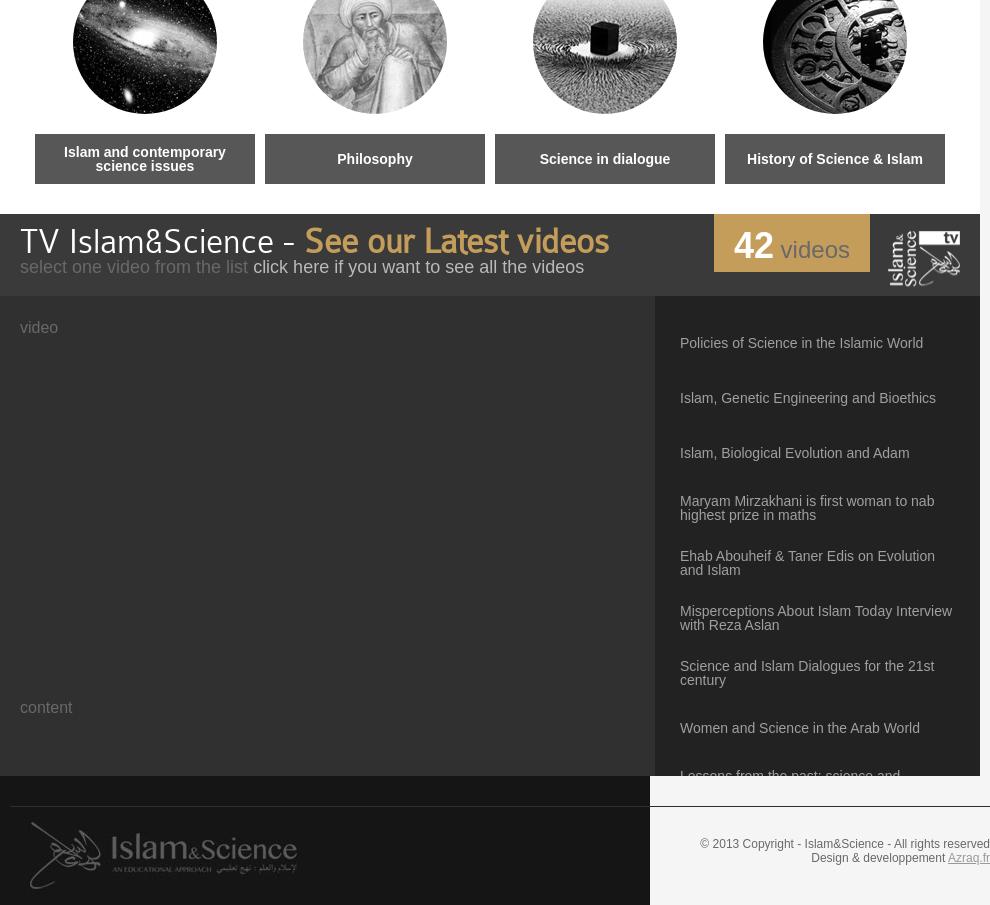 The image size is (990, 905). I want to click on 'Policies of Science in the Islamic World', so click(680, 340).